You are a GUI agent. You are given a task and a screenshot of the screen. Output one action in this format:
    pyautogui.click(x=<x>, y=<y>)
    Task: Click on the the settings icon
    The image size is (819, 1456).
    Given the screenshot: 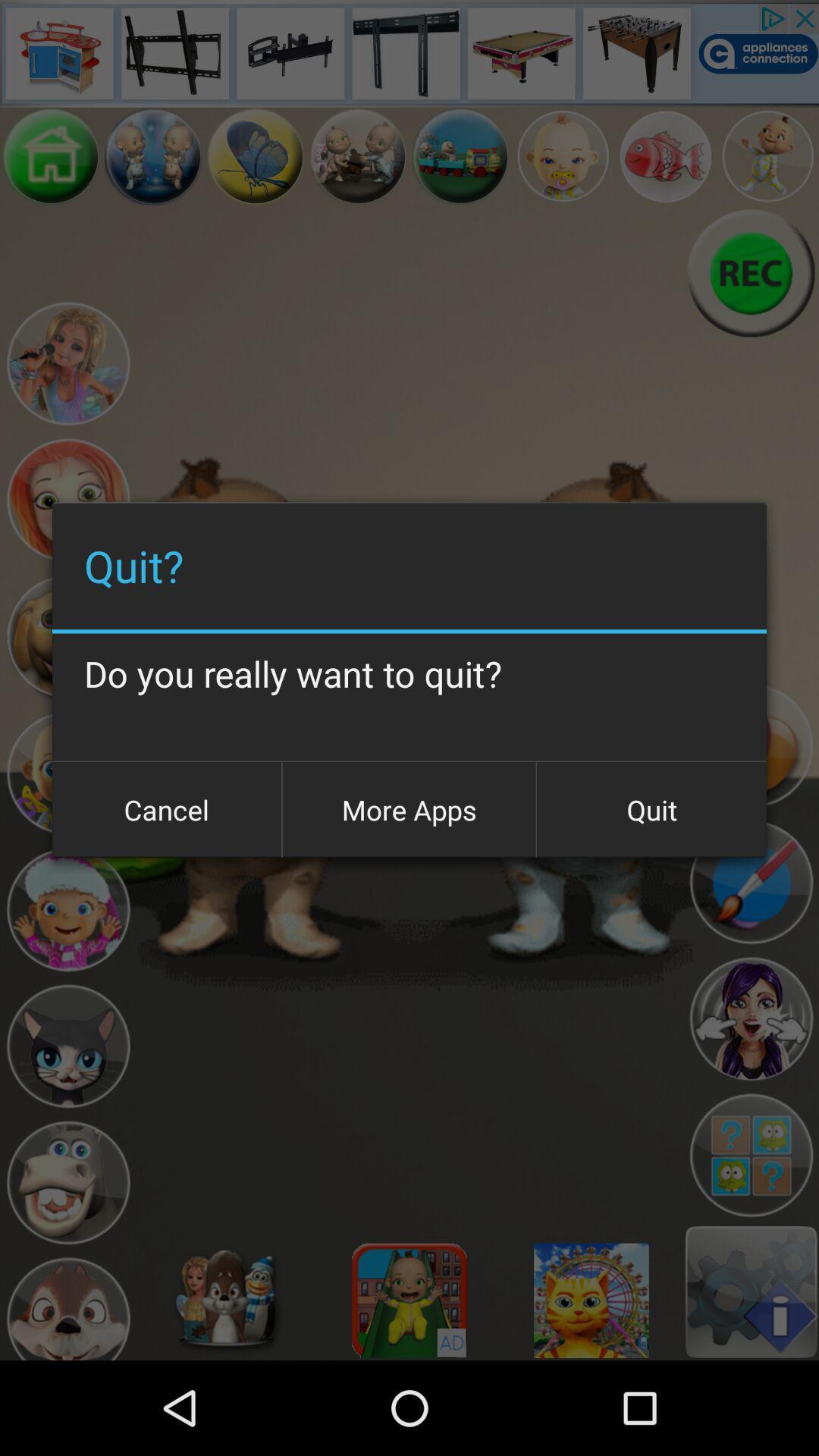 What is the action you would take?
    pyautogui.click(x=591, y=1392)
    